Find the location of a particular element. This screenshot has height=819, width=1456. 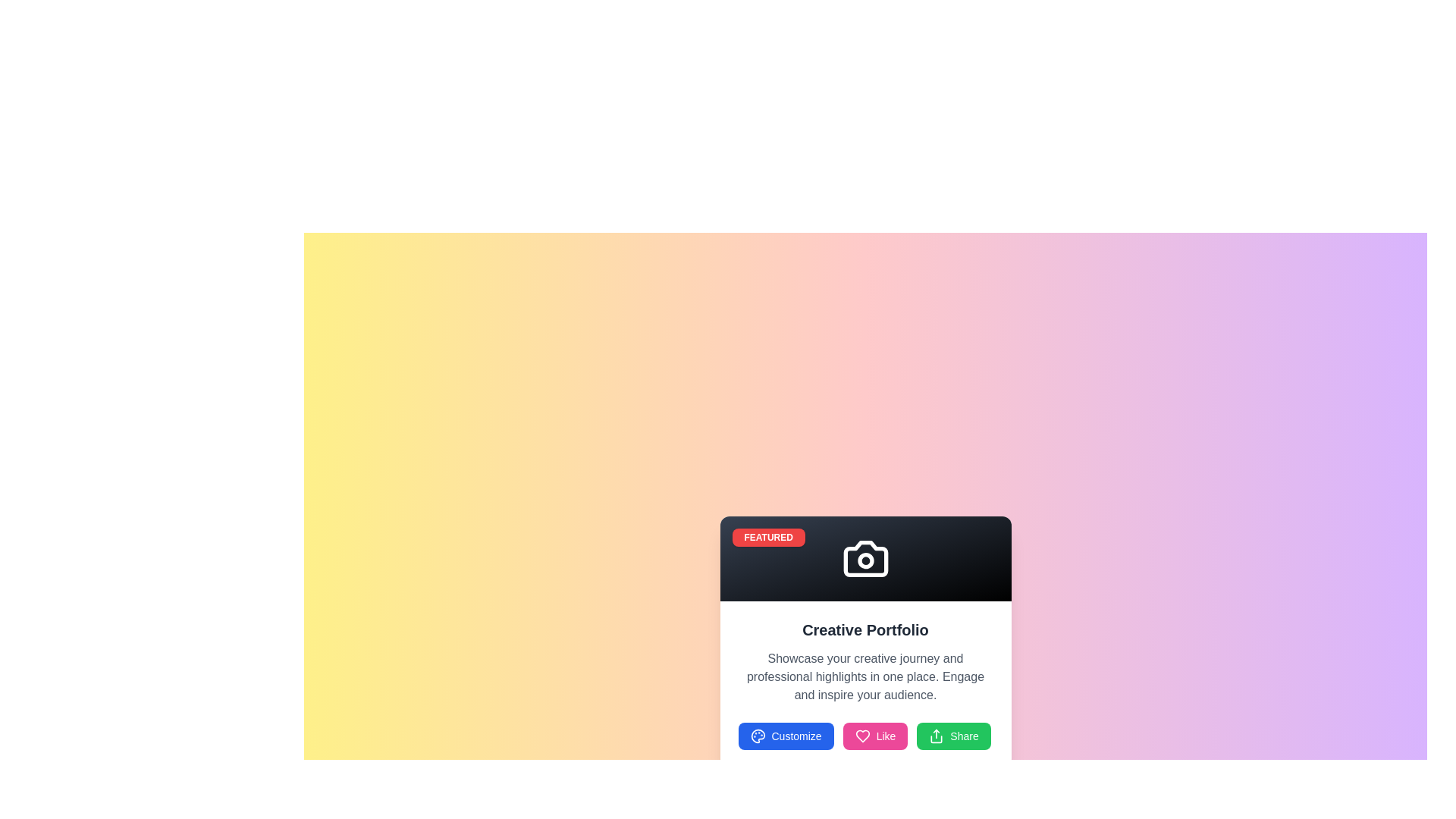

the share button located at the bottom of the card UI component, which is the third button from the left in a horizontal row of three buttons labeled 'Customize', 'Like', and 'Share' is located at coordinates (952, 736).